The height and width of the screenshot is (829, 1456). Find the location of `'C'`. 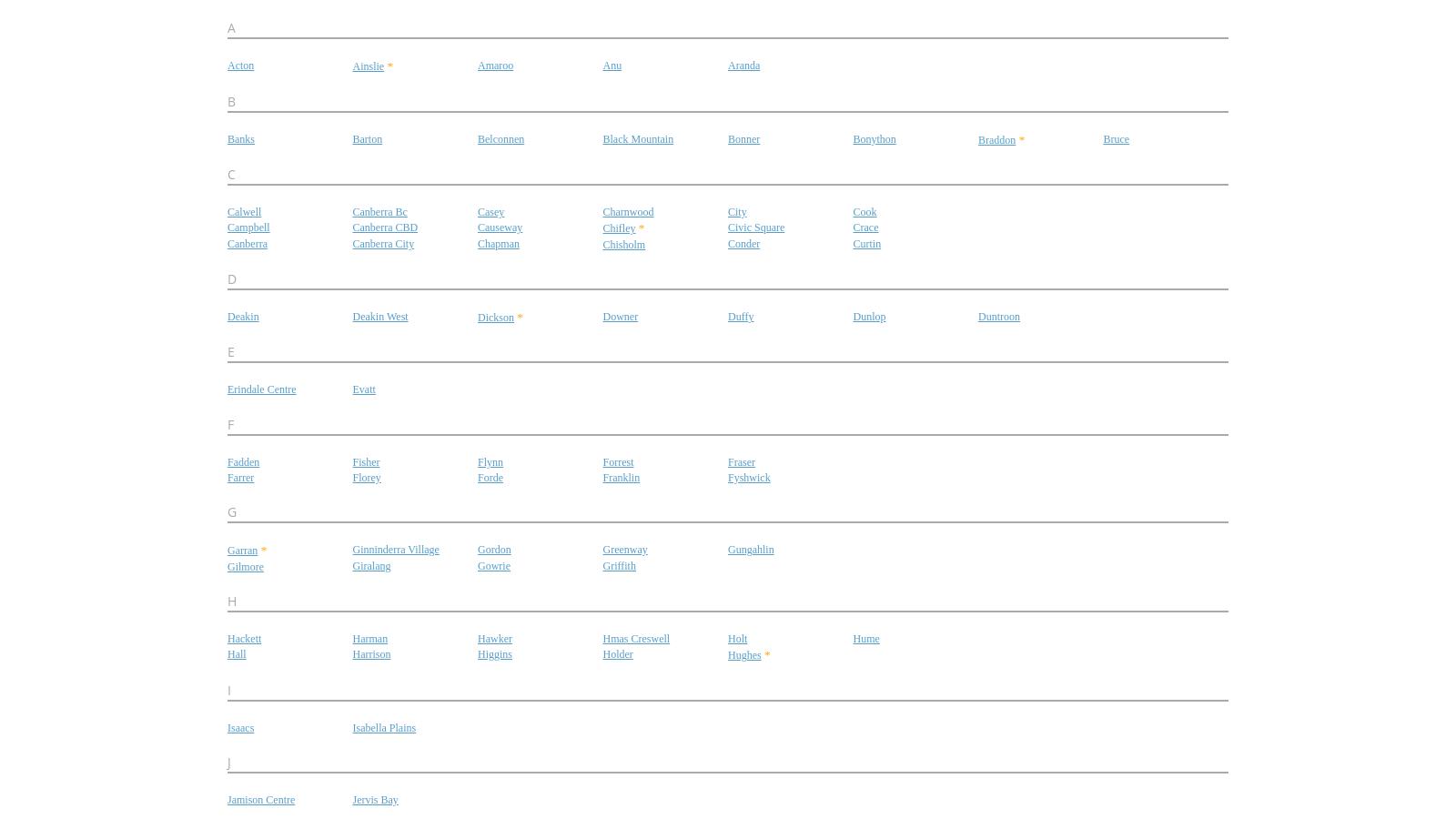

'C' is located at coordinates (231, 172).